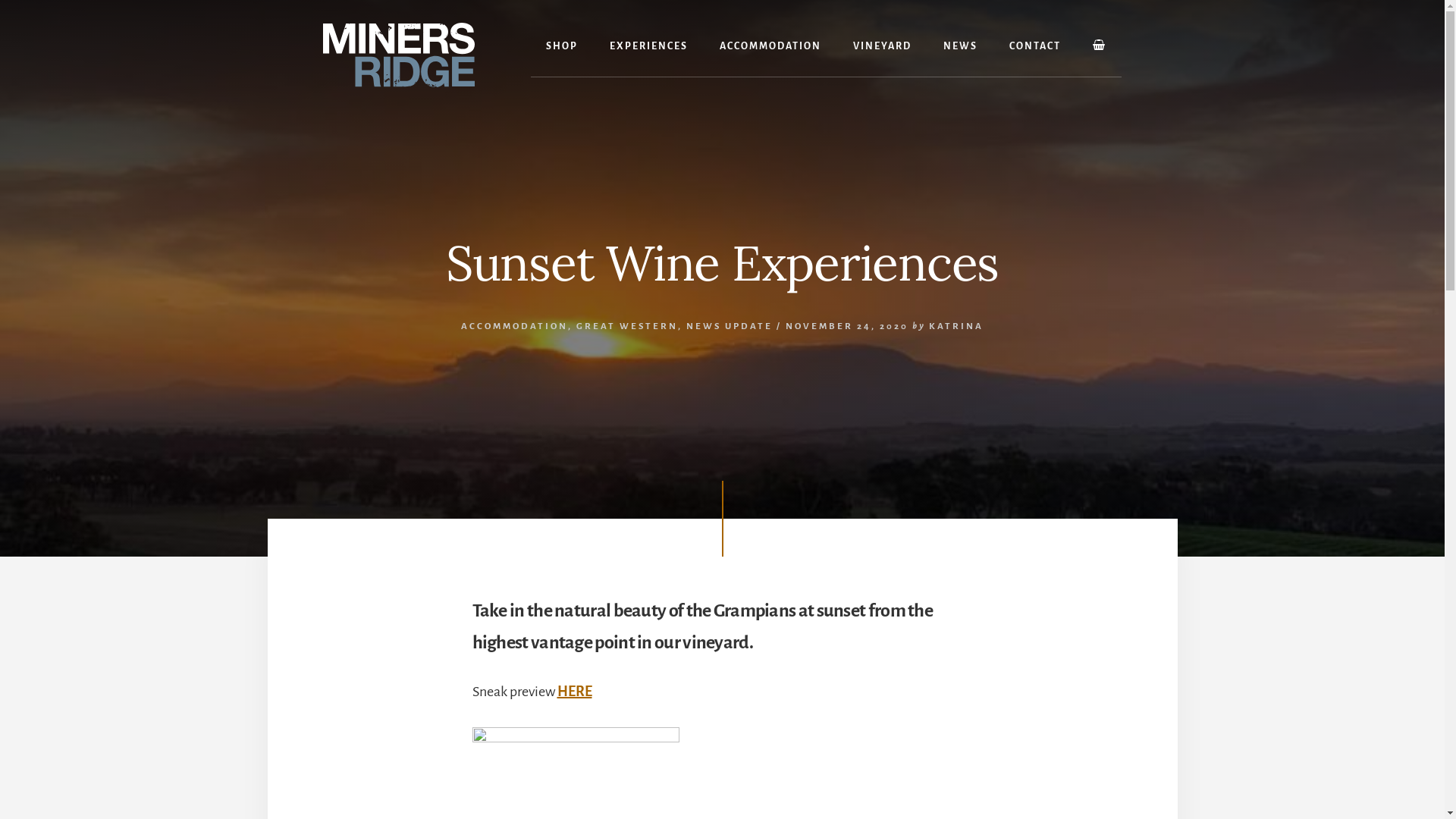  I want to click on 'EXPERIENCES', so click(593, 45).